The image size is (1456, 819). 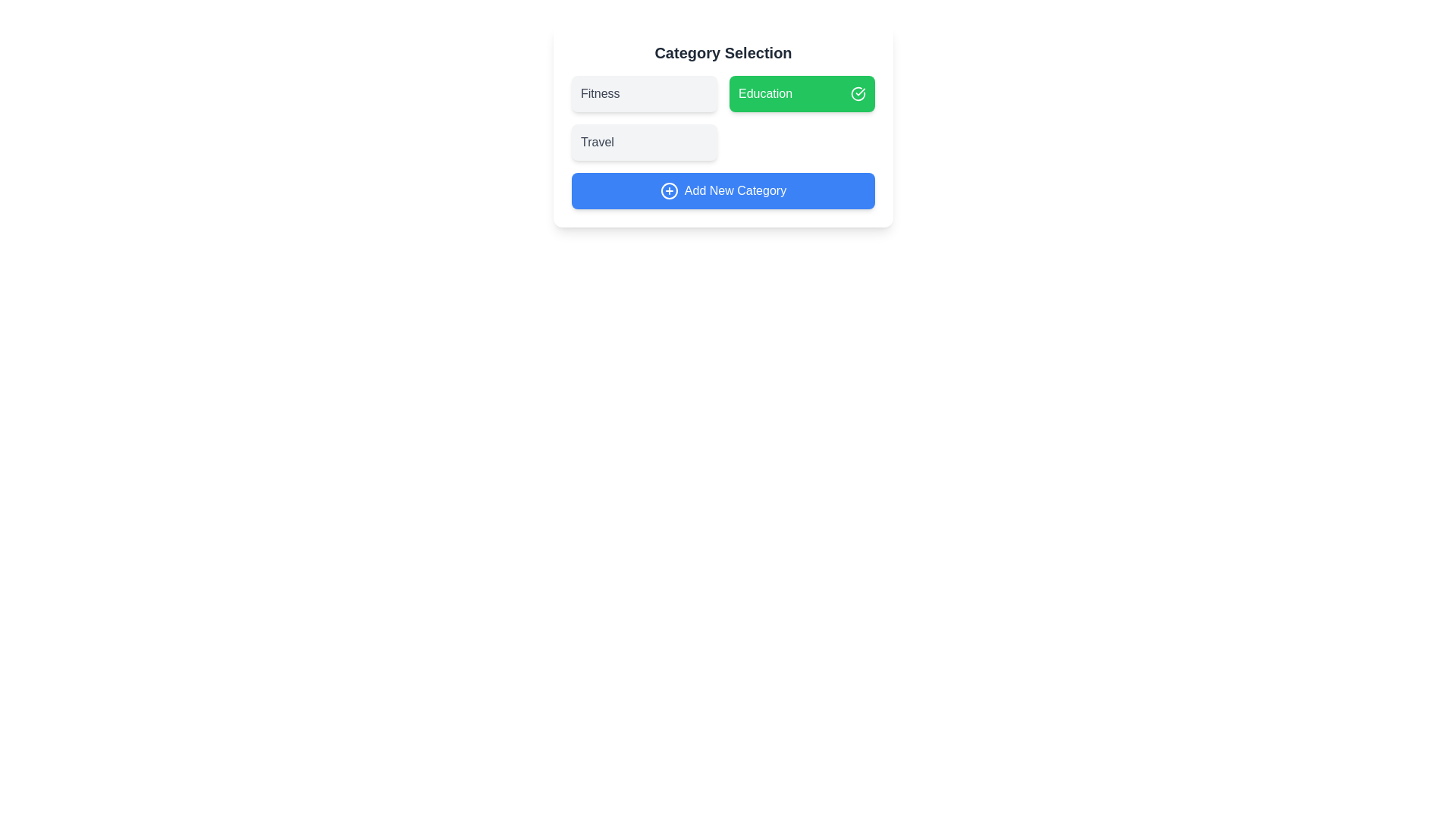 I want to click on the category Travel, so click(x=644, y=143).